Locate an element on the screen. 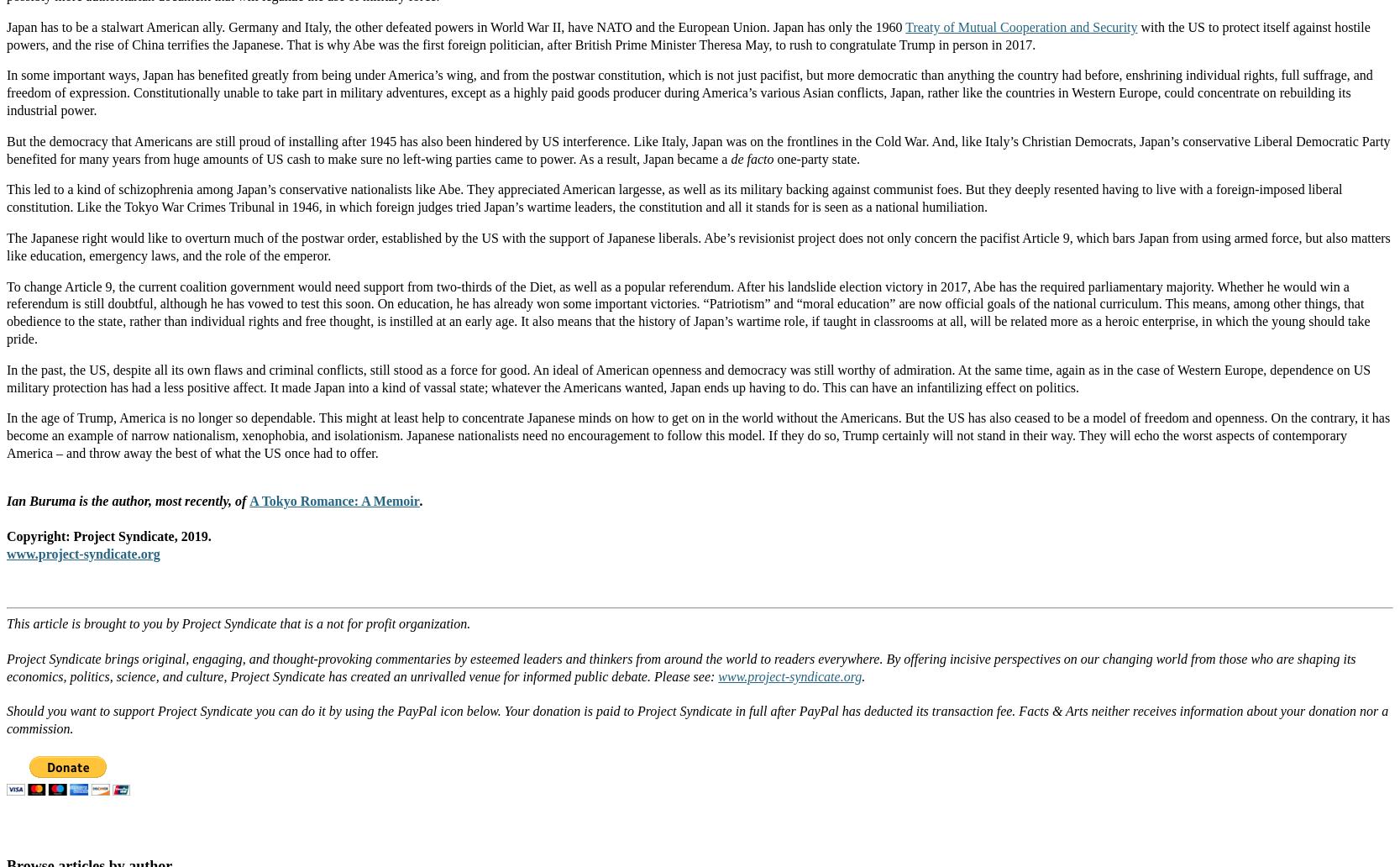  'de facto' is located at coordinates (730, 157).